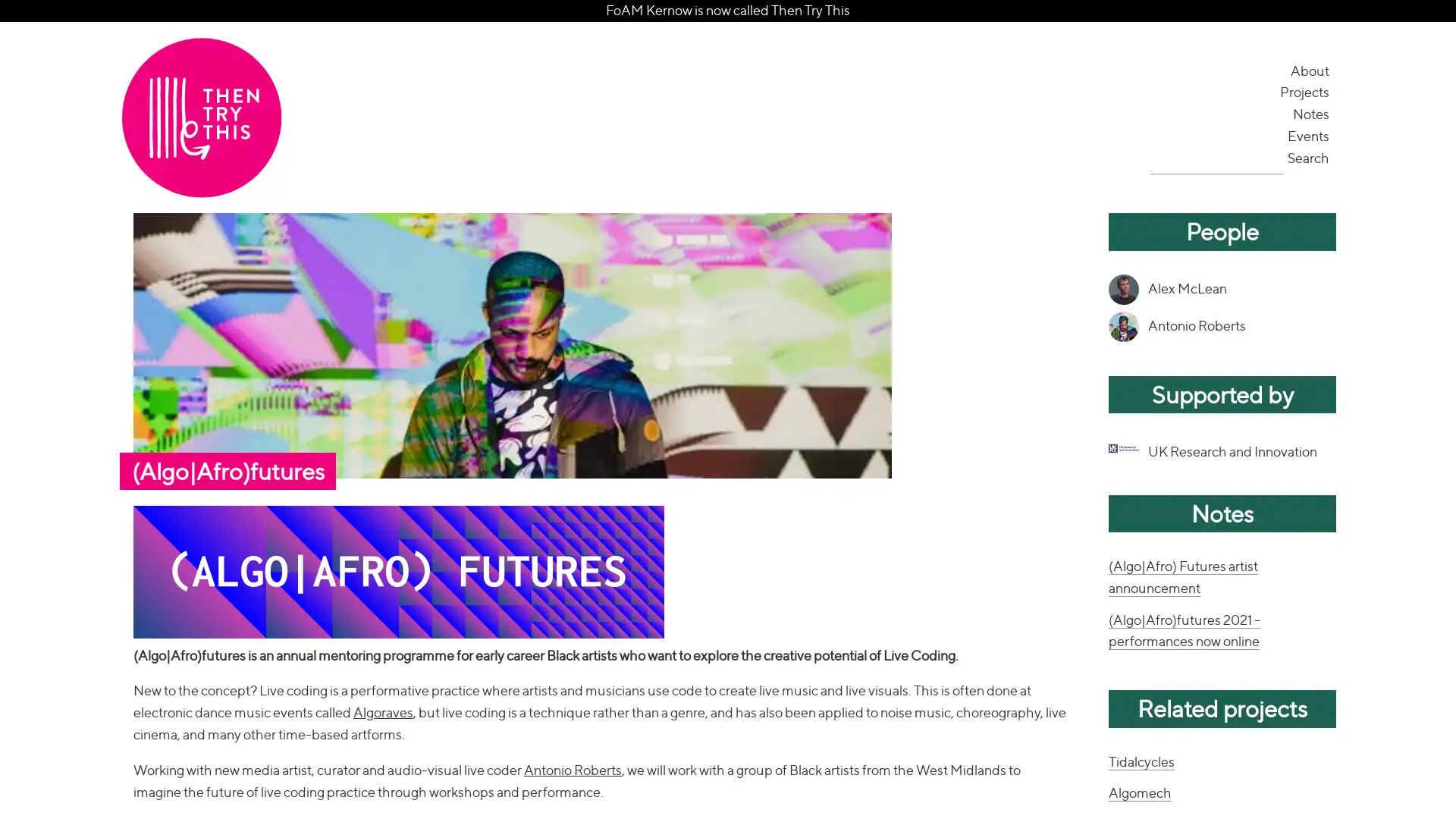 The width and height of the screenshot is (1456, 819). What do you see at coordinates (1309, 157) in the screenshot?
I see `Search` at bounding box center [1309, 157].